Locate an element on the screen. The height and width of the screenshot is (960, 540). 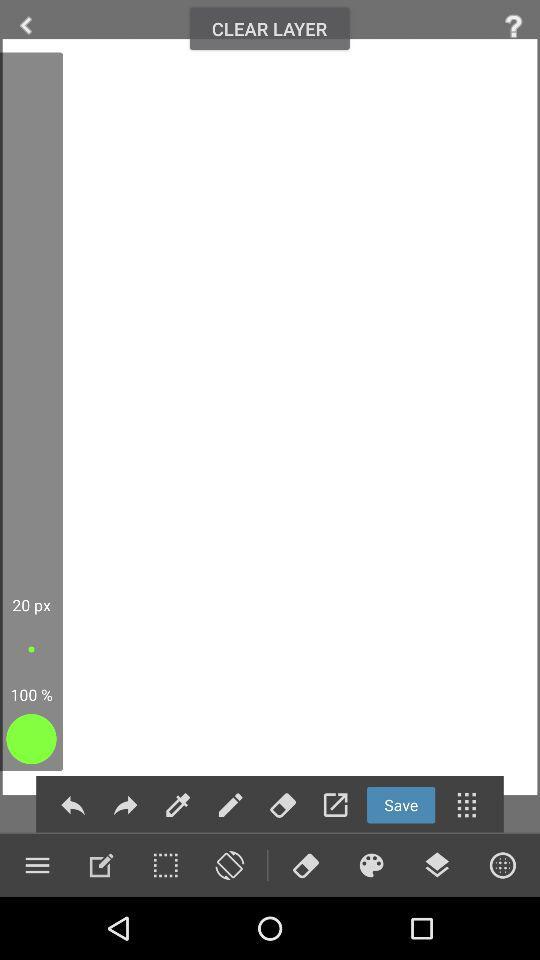
edit is located at coordinates (178, 805).